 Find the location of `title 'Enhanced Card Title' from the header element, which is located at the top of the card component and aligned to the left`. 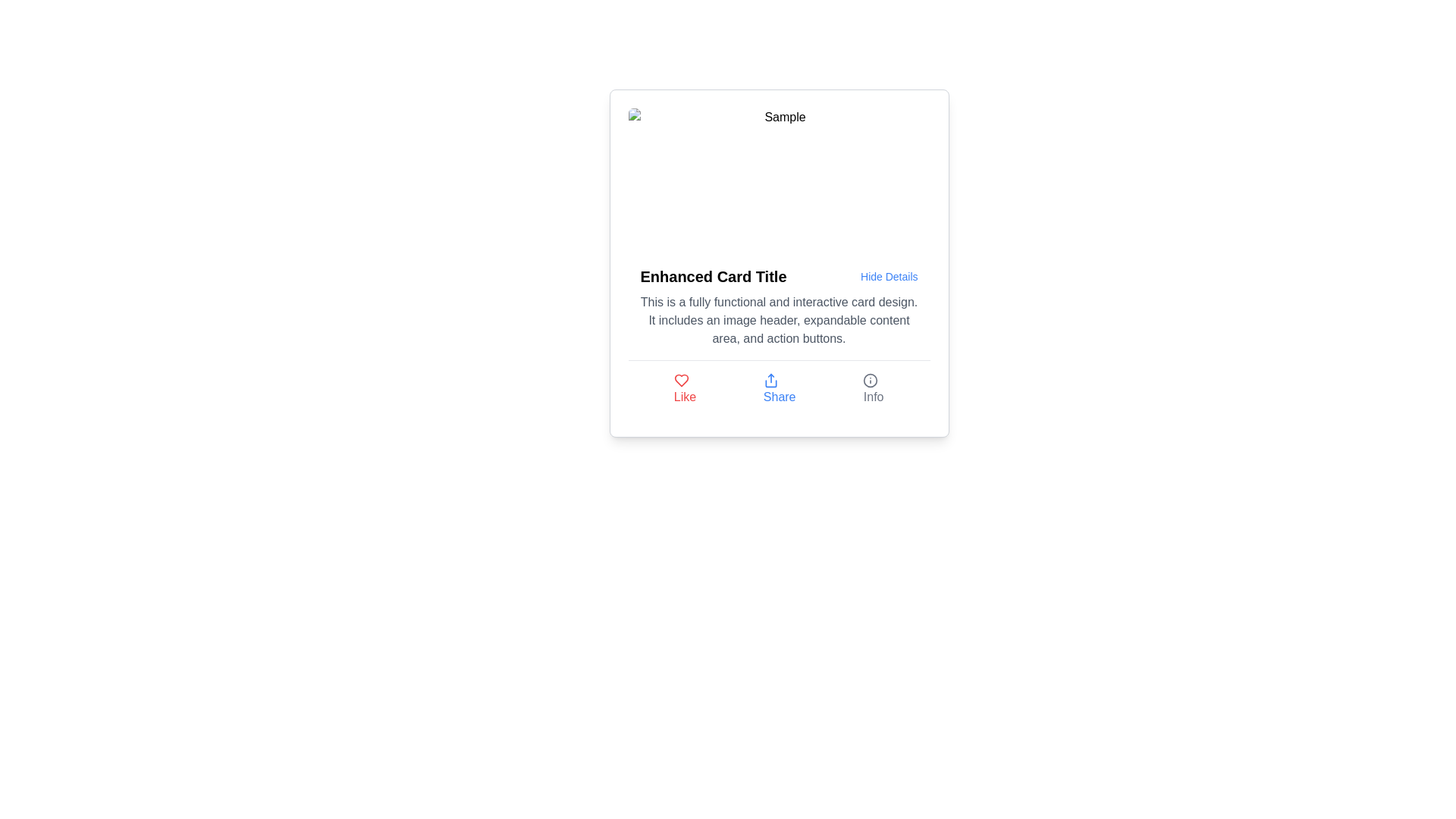

title 'Enhanced Card Title' from the header element, which is located at the top of the card component and aligned to the left is located at coordinates (779, 277).